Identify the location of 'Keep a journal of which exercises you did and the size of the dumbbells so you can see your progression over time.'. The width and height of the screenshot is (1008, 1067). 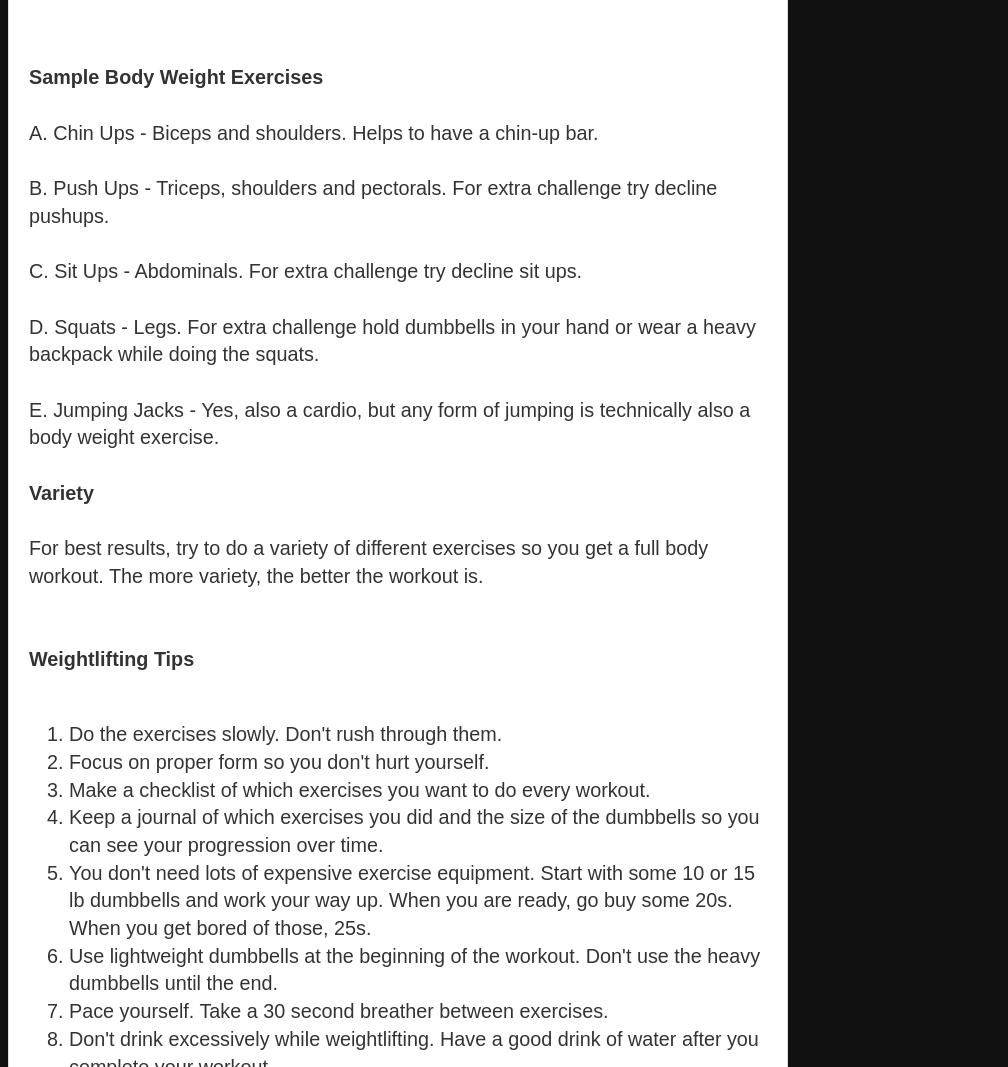
(413, 829).